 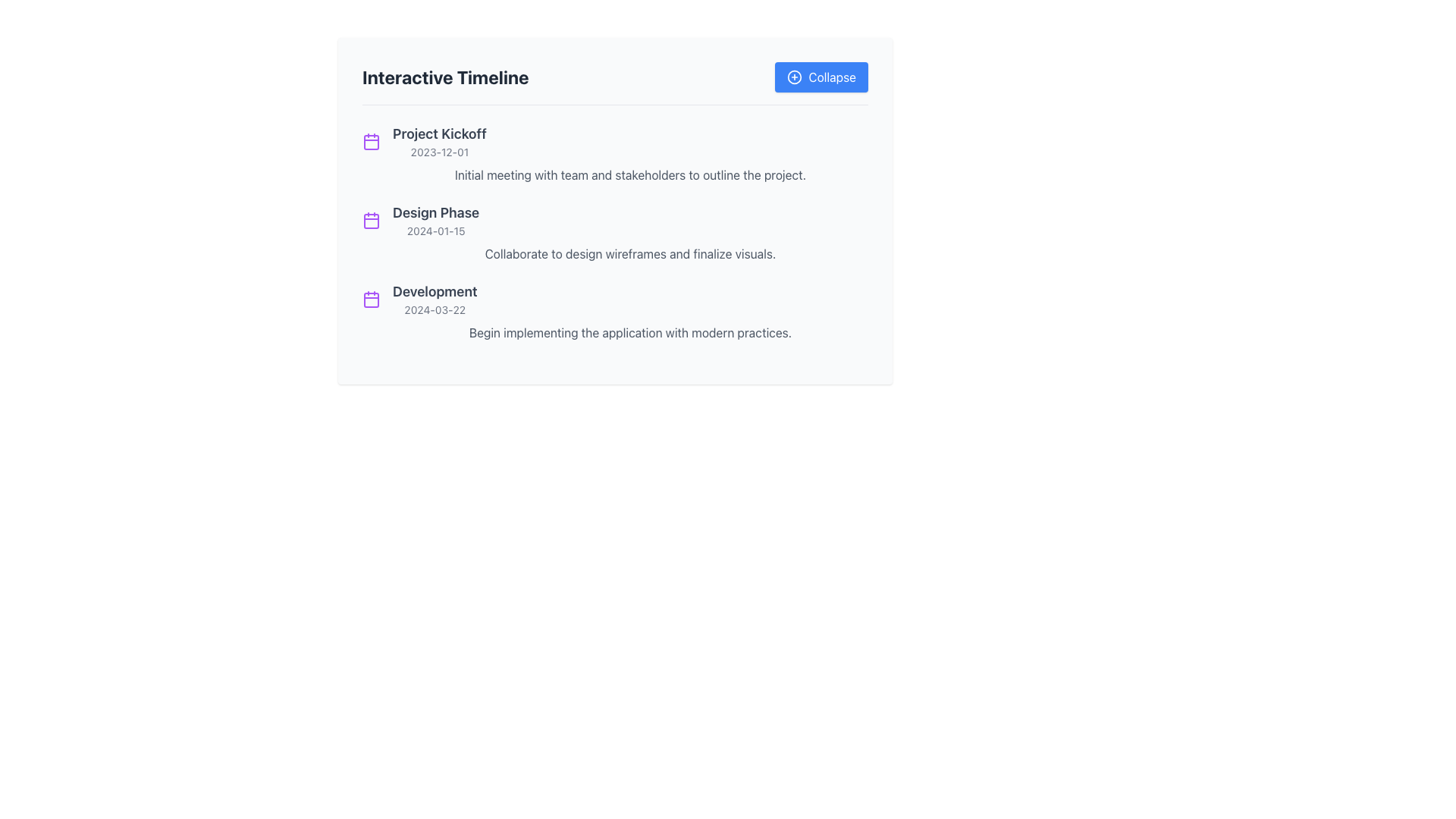 What do you see at coordinates (615, 154) in the screenshot?
I see `the Timeline Entry titled 'Project Kickoff'` at bounding box center [615, 154].